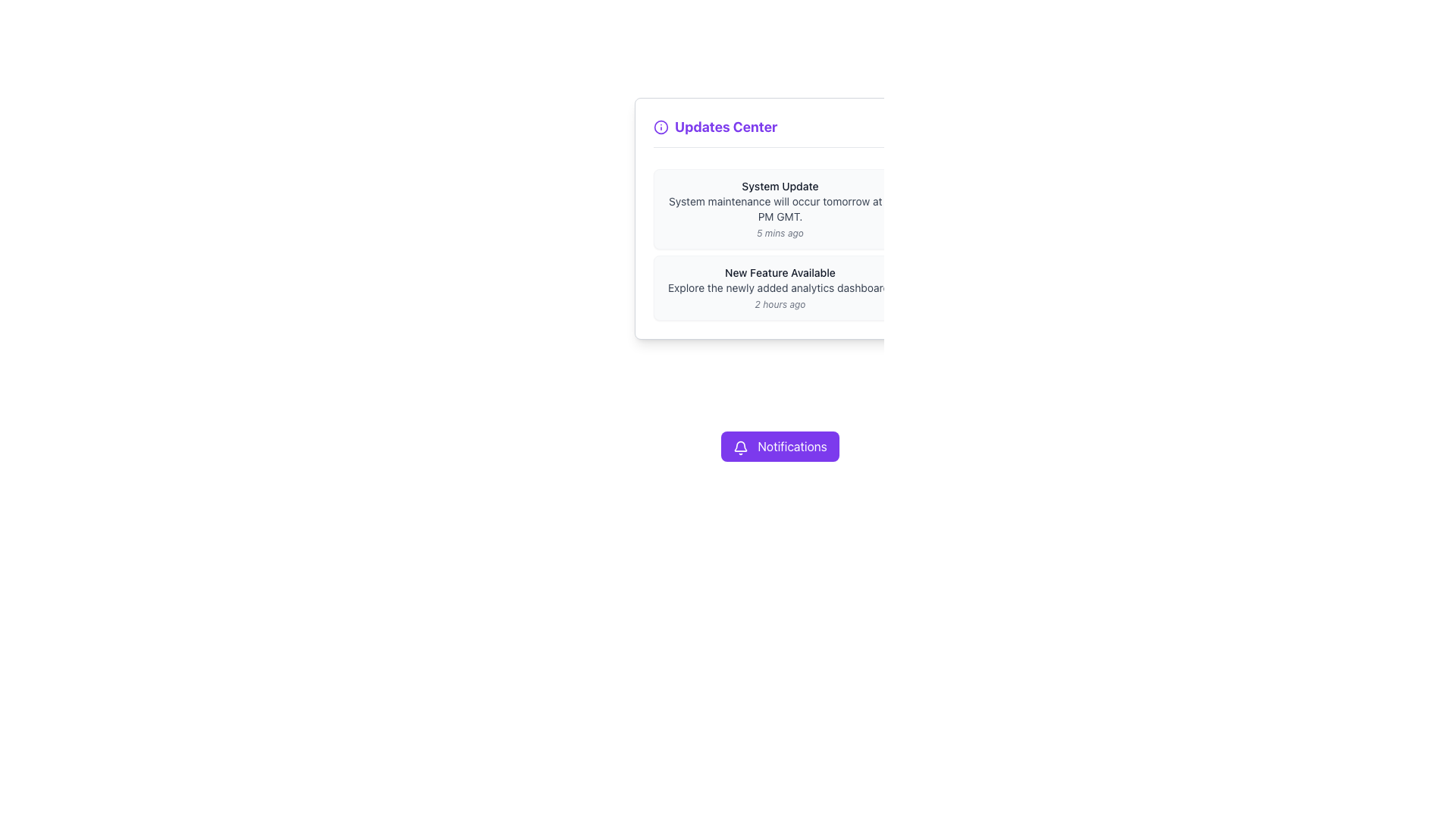  Describe the element at coordinates (780, 446) in the screenshot. I see `the rectangular violet button with rounded corners labeled 'Notifications'` at that location.